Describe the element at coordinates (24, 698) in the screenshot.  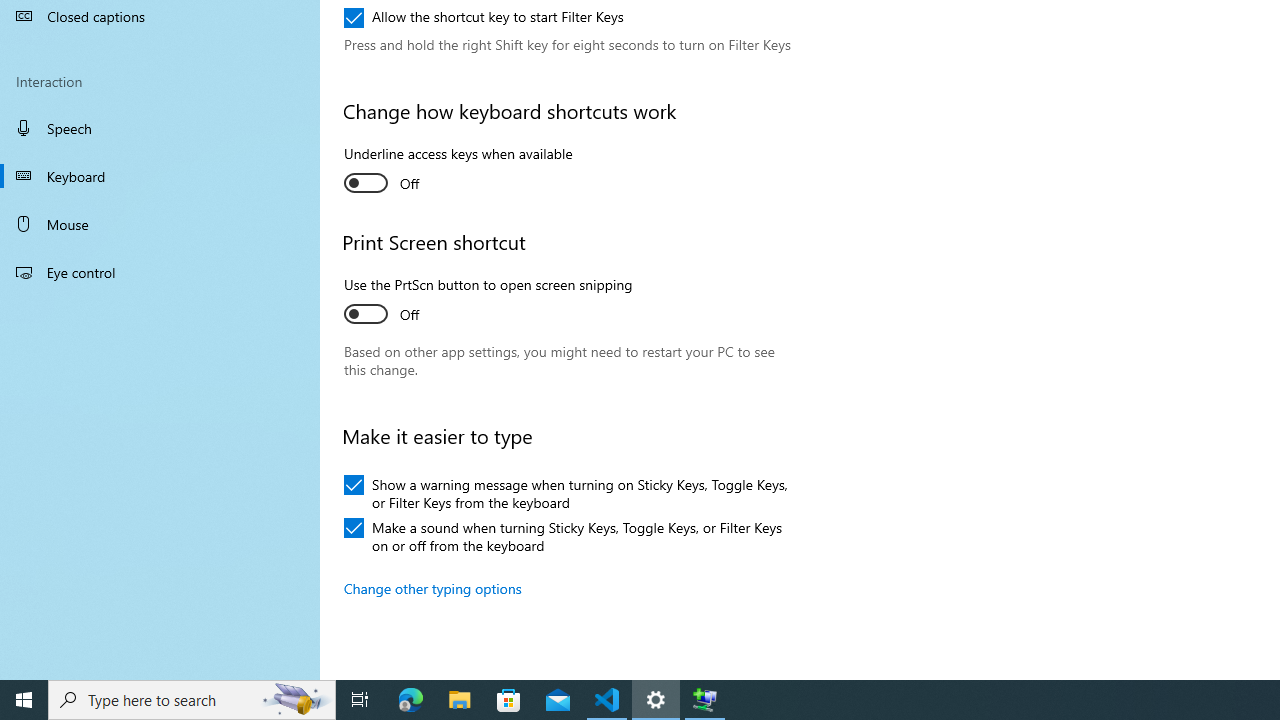
I see `'Start'` at that location.